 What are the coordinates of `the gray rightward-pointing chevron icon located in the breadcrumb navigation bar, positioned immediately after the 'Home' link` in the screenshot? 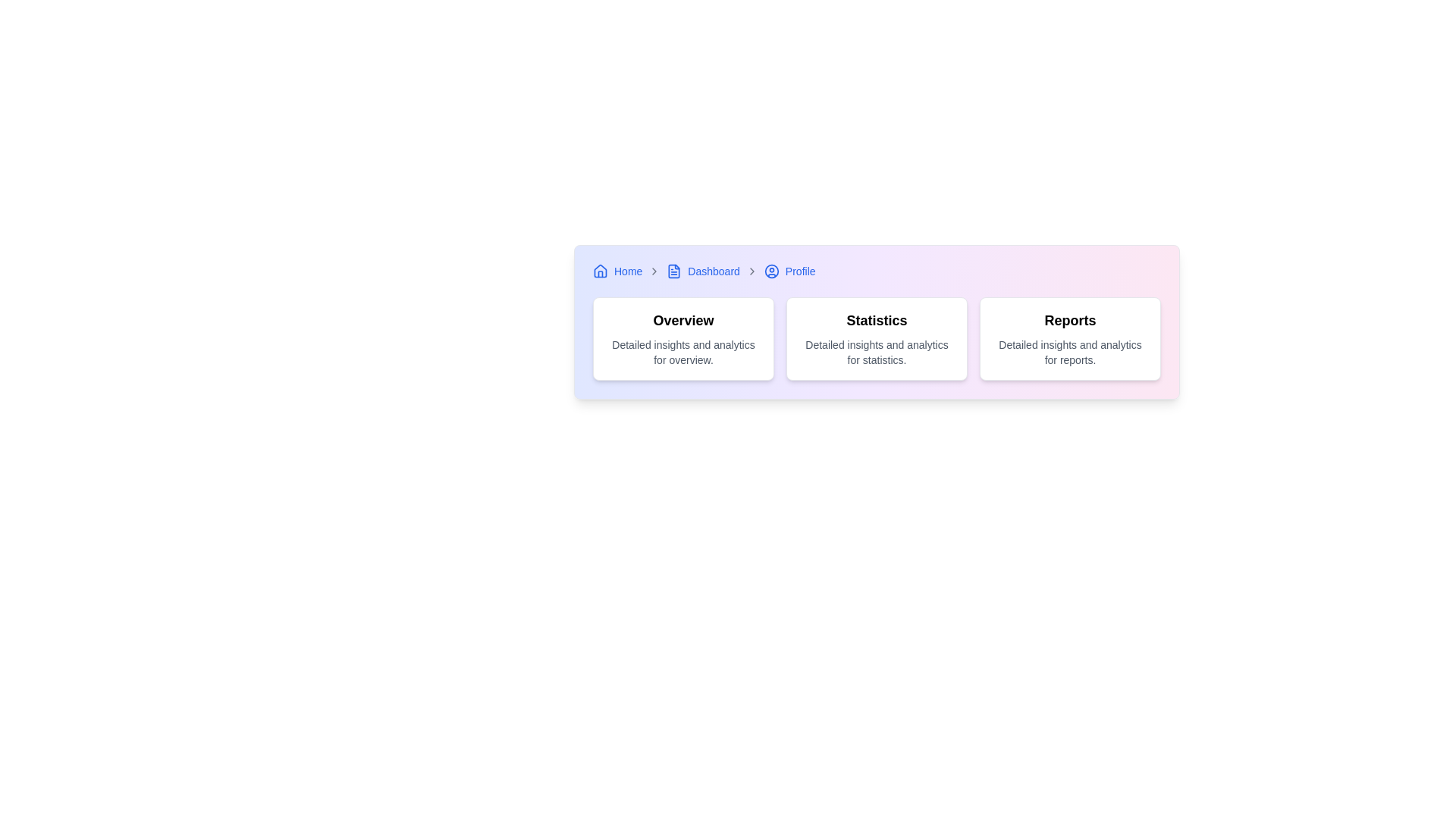 It's located at (654, 271).